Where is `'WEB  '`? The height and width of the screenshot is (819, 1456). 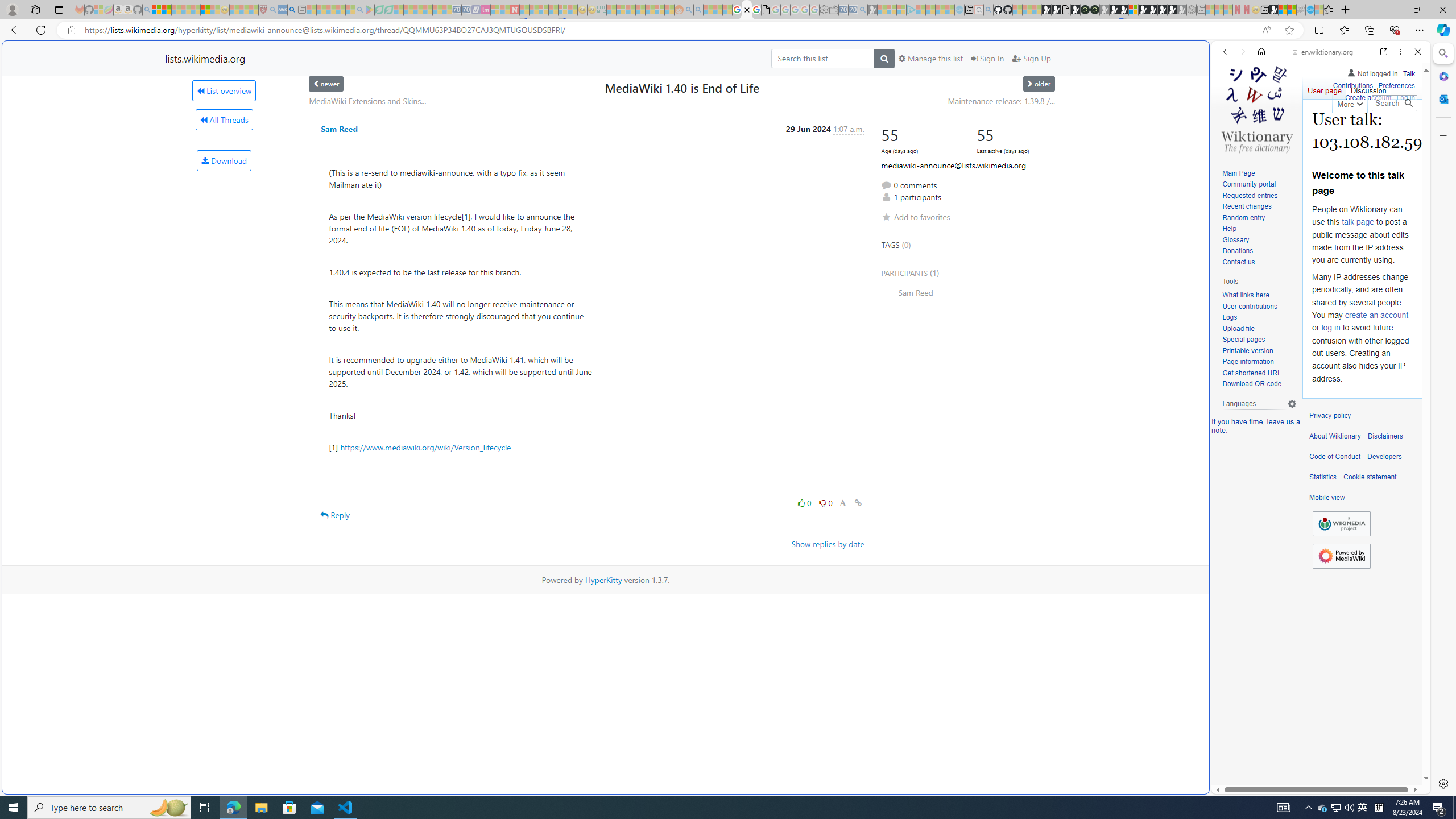
'WEB  ' is located at coordinates (1230, 130).